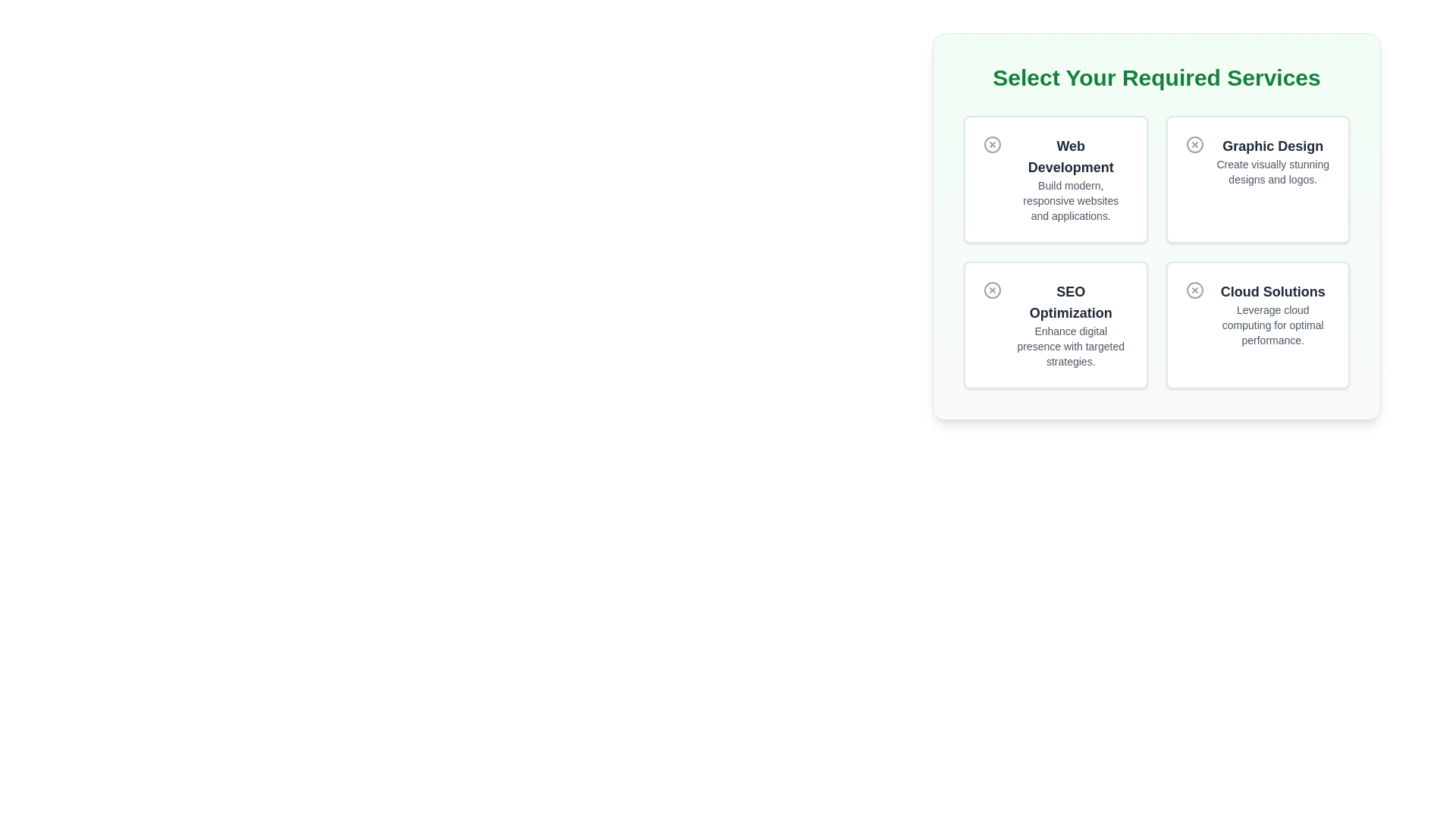 The image size is (1456, 819). I want to click on the 'Cloud Solutions' interactive card located at the bottom-right of the 2x2 grid layout, so click(1257, 324).